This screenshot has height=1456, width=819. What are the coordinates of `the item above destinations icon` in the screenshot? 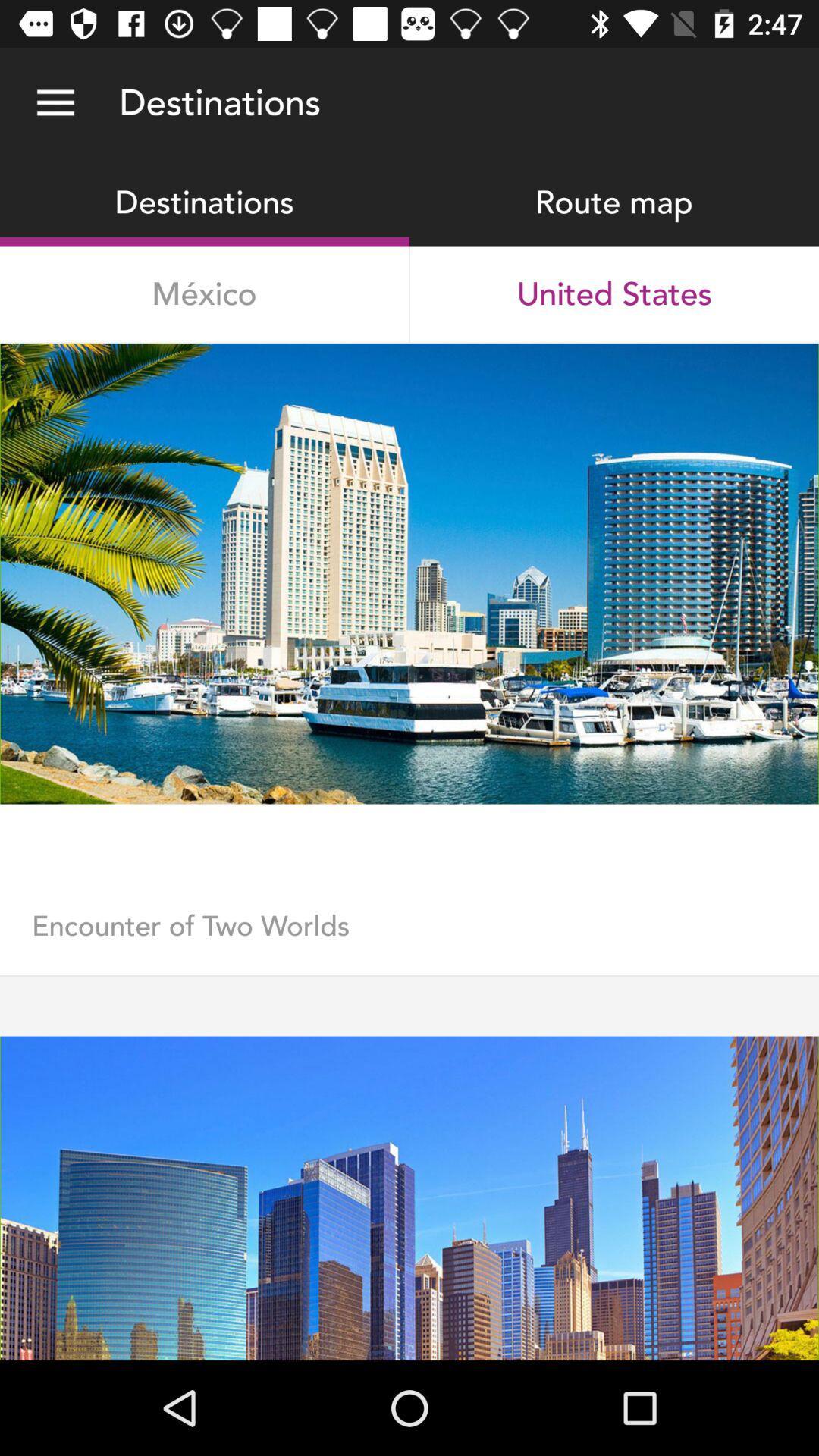 It's located at (55, 102).